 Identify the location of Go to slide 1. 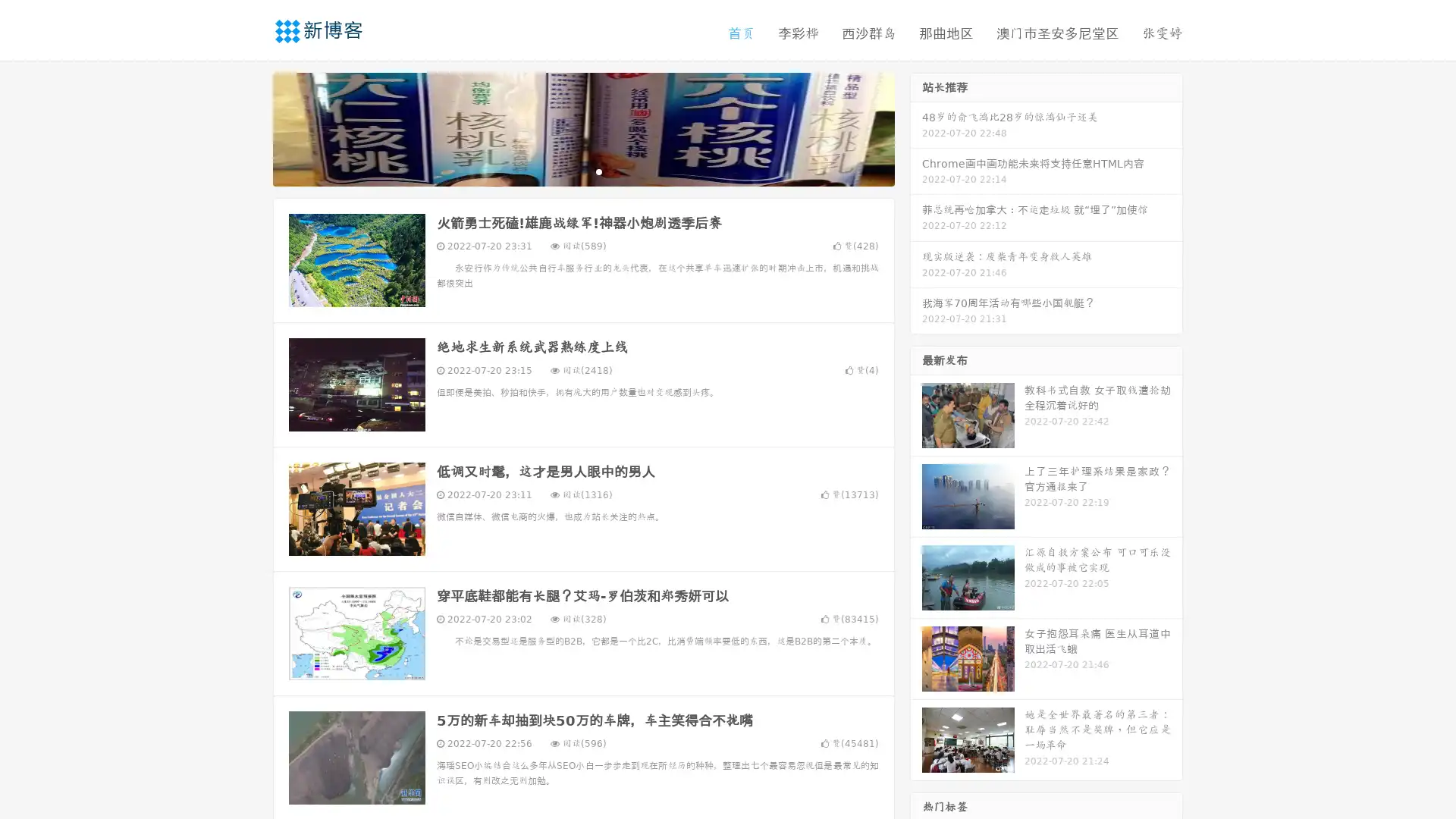
(567, 171).